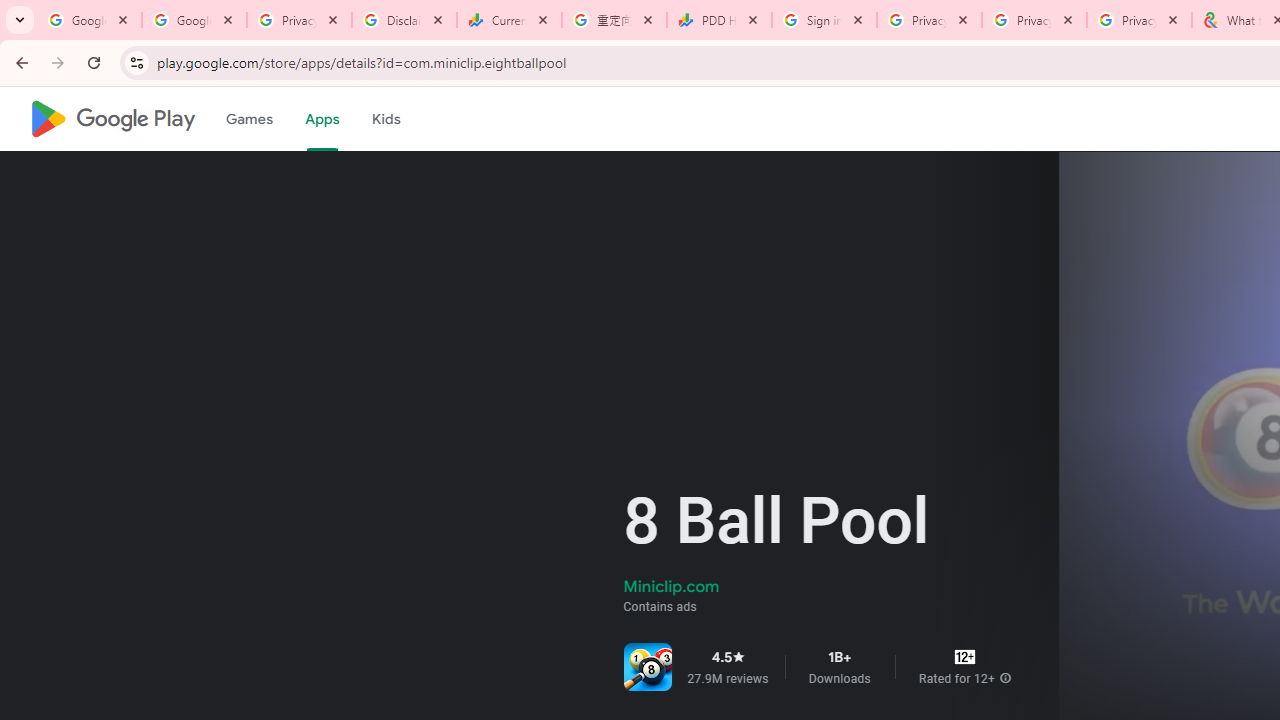  Describe the element at coordinates (1034, 20) in the screenshot. I see `'Privacy Checkup'` at that location.